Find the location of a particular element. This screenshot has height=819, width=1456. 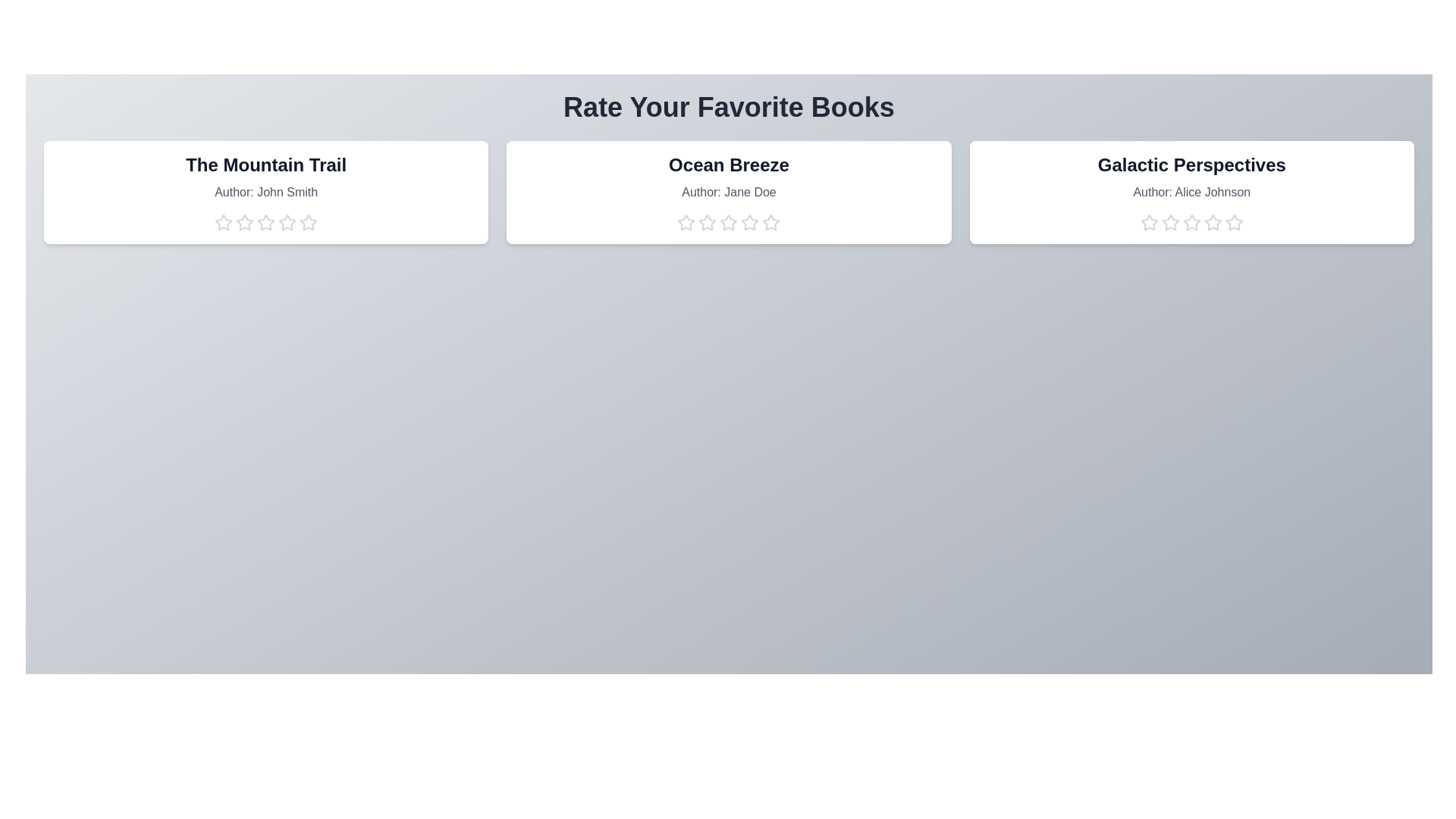

the star corresponding to 4 to preview the rating is located at coordinates (287, 222).